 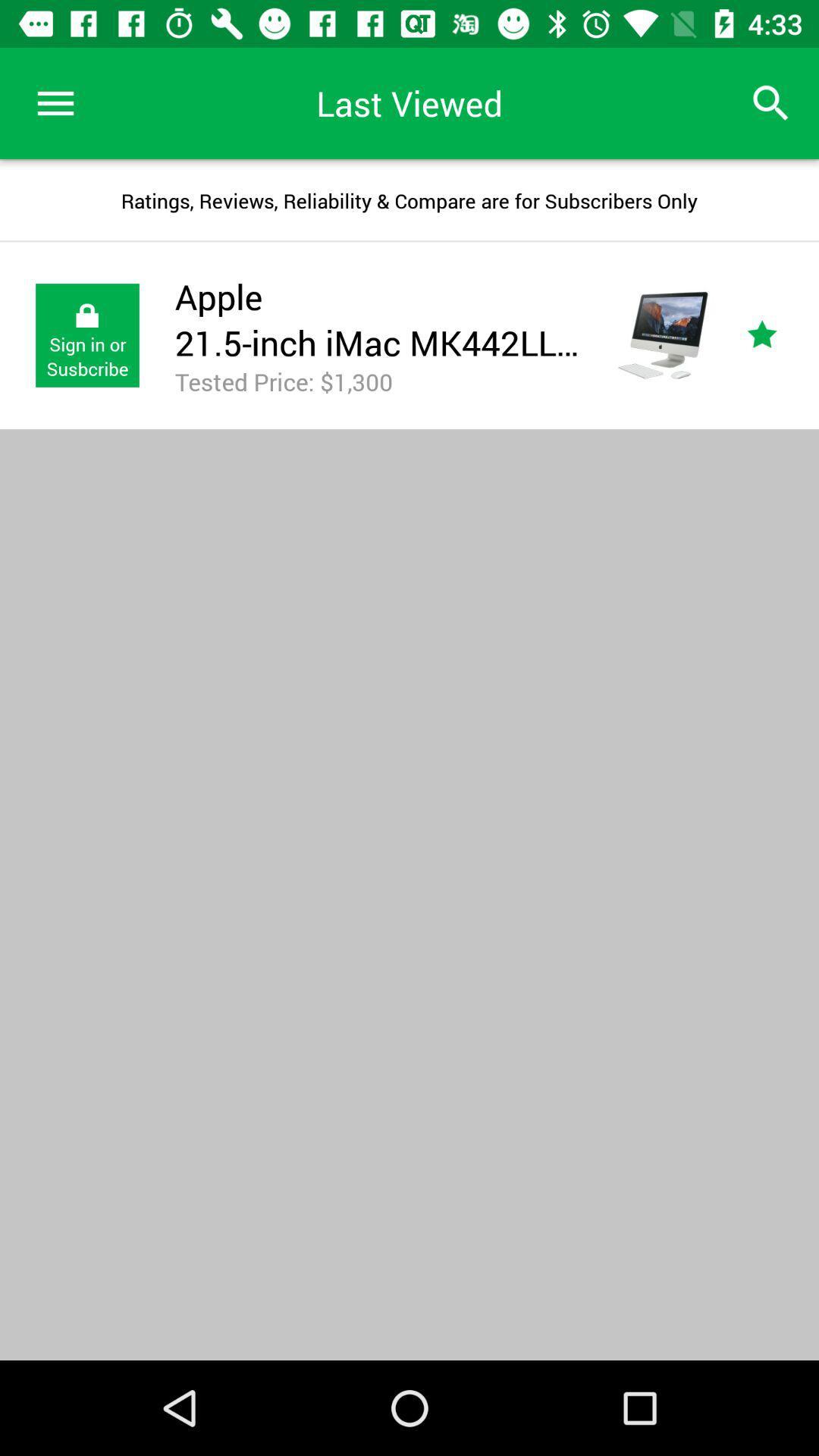 I want to click on this item, so click(x=779, y=334).